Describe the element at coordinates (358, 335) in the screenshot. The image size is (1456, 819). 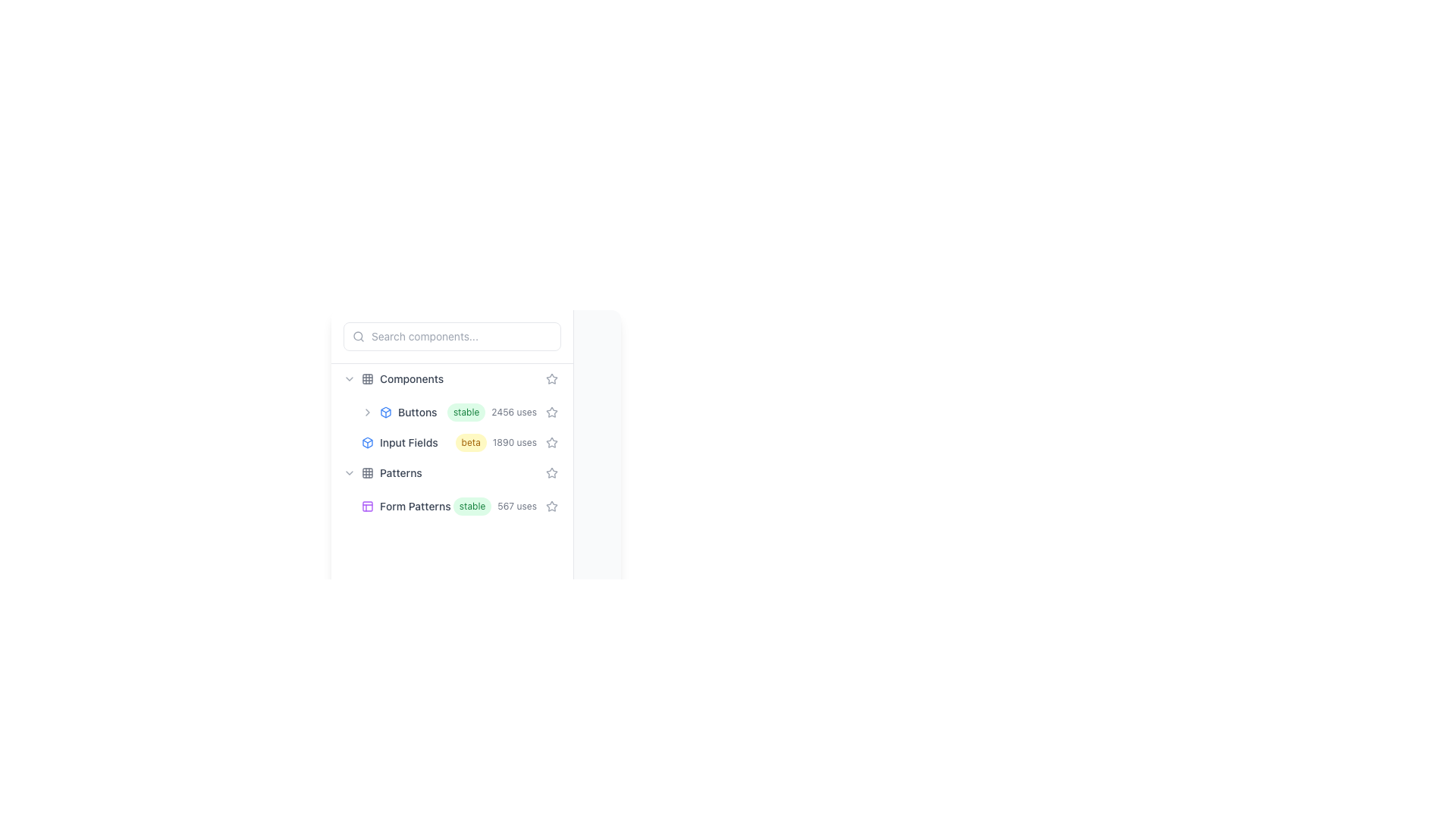
I see `the magnifying glass icon representing the search action, which is positioned at the leftmost side of the search bar component` at that location.